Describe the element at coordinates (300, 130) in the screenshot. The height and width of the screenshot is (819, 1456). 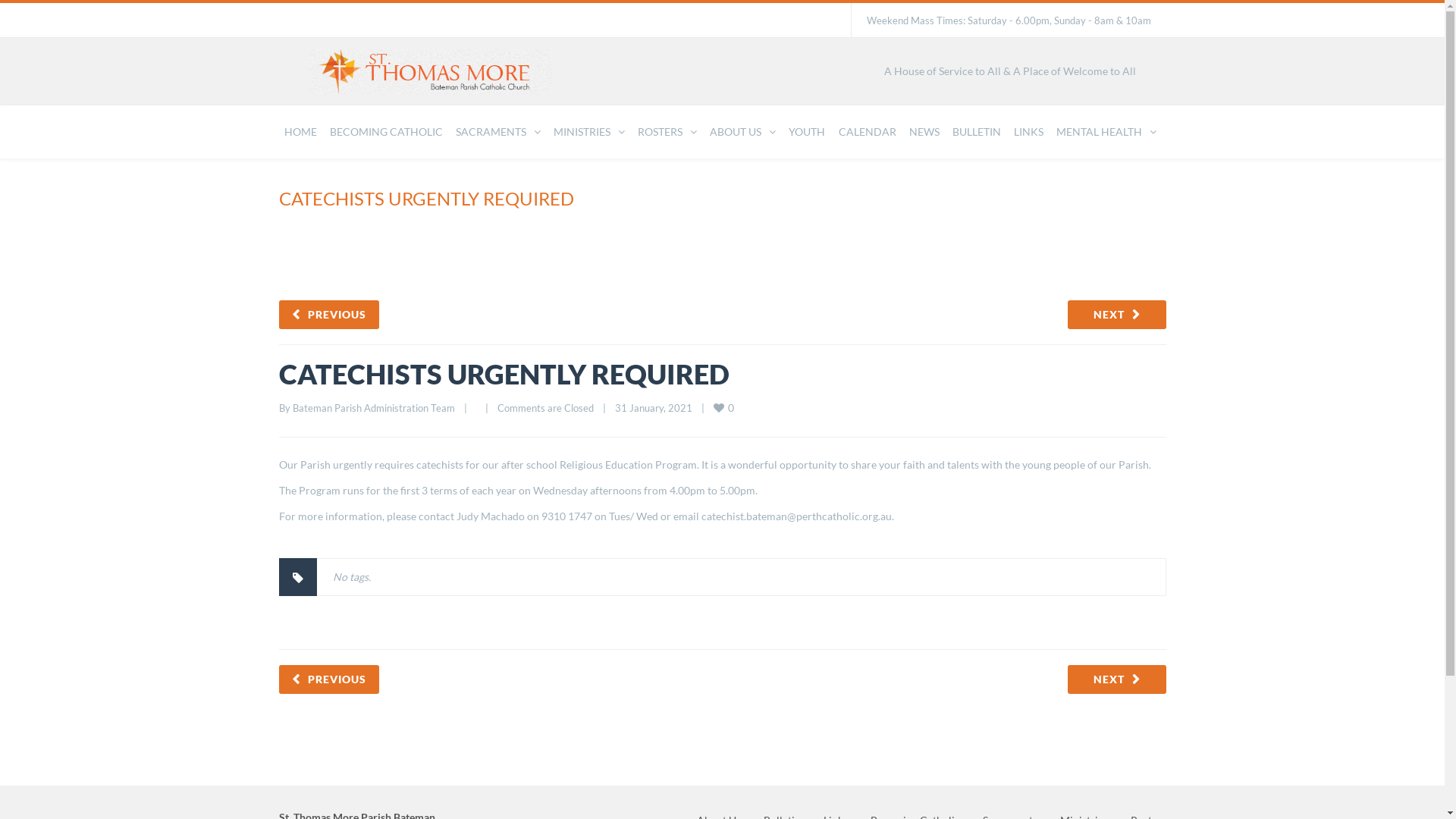
I see `'HOME'` at that location.